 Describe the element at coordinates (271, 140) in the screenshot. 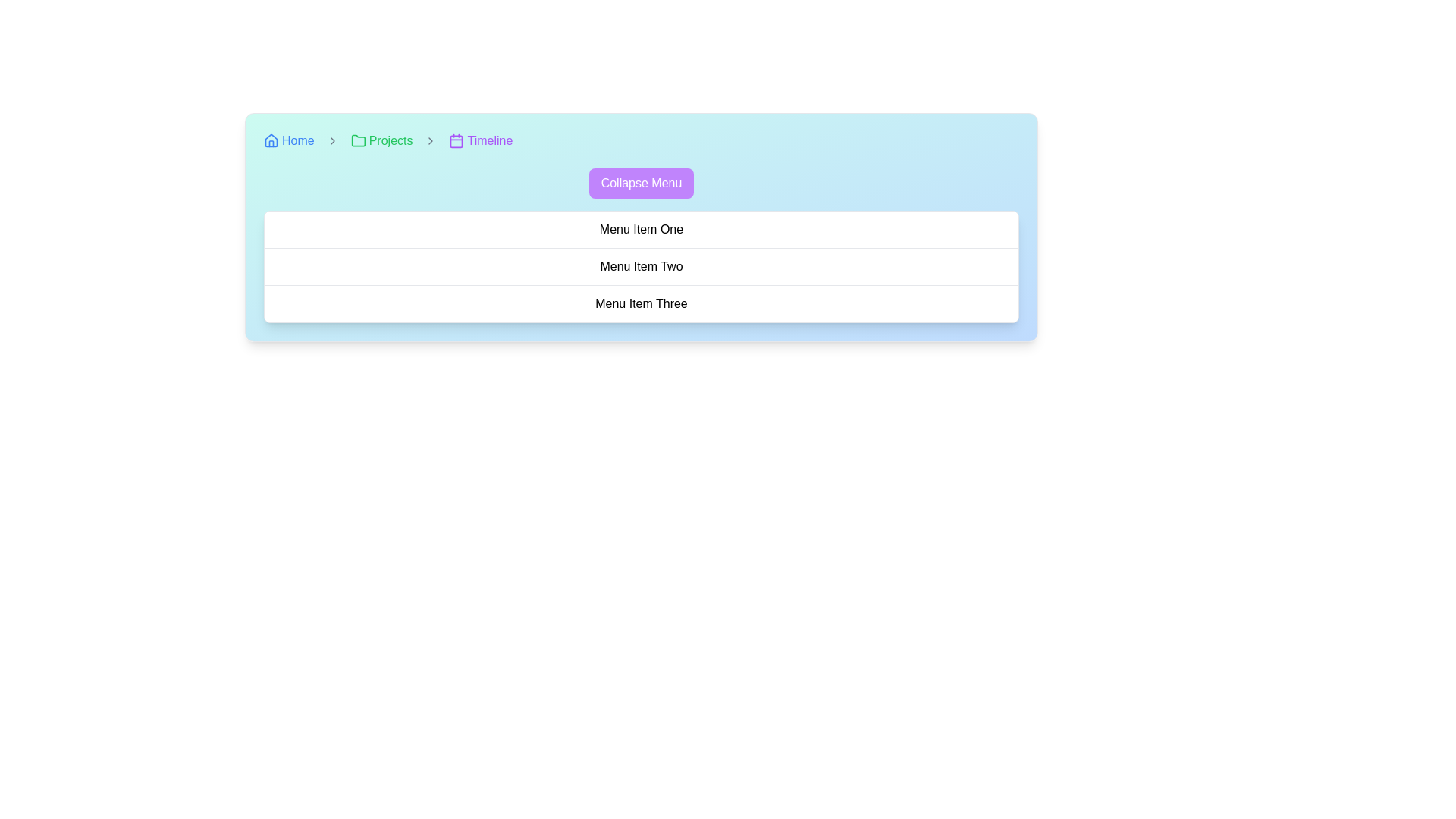

I see `the decorative 'Home' icon located at the top-left corner of the breadcrumb navigation bar, which is positioned to the left of the 'Home' text link` at that location.